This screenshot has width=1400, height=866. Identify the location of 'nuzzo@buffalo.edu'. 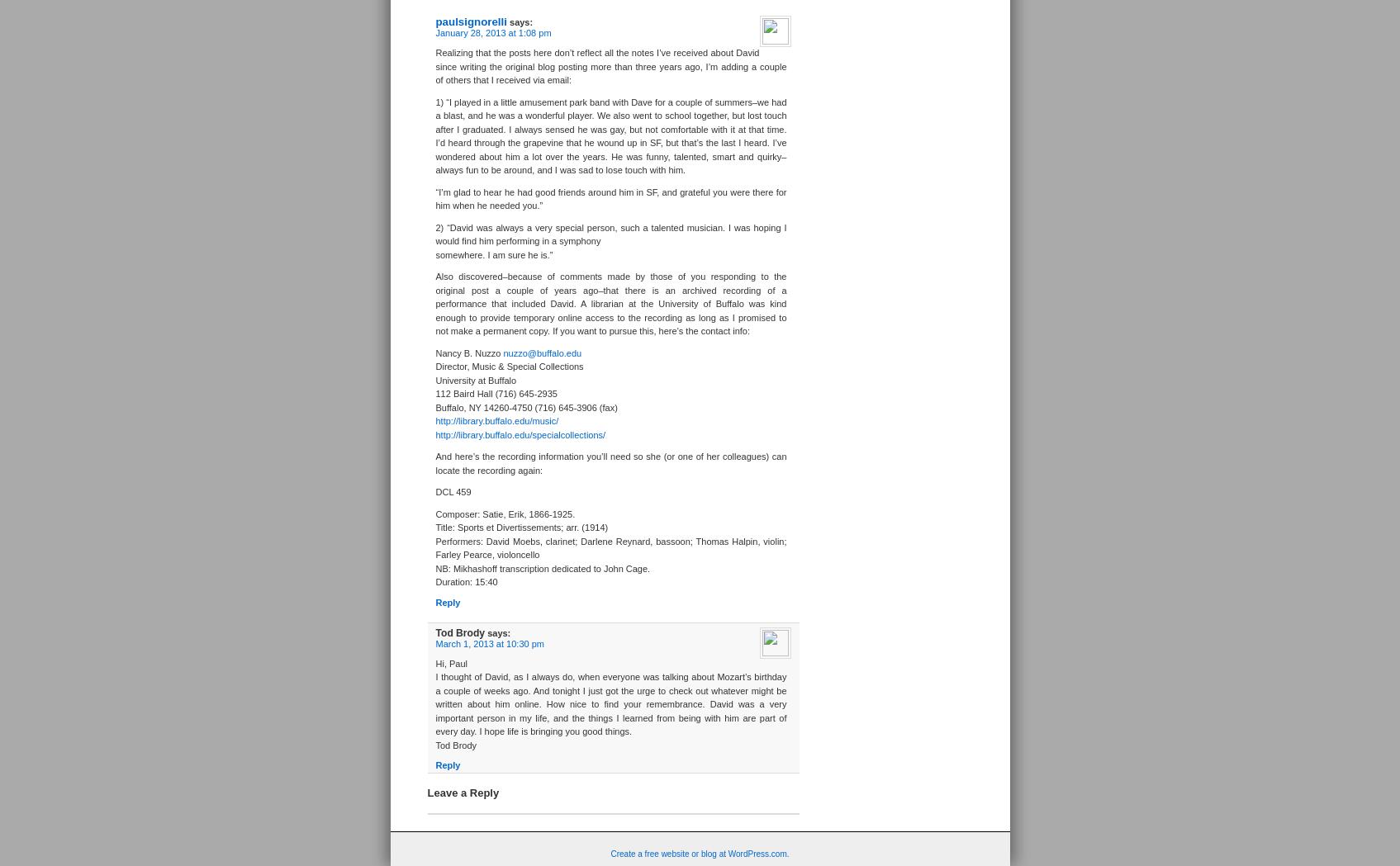
(542, 352).